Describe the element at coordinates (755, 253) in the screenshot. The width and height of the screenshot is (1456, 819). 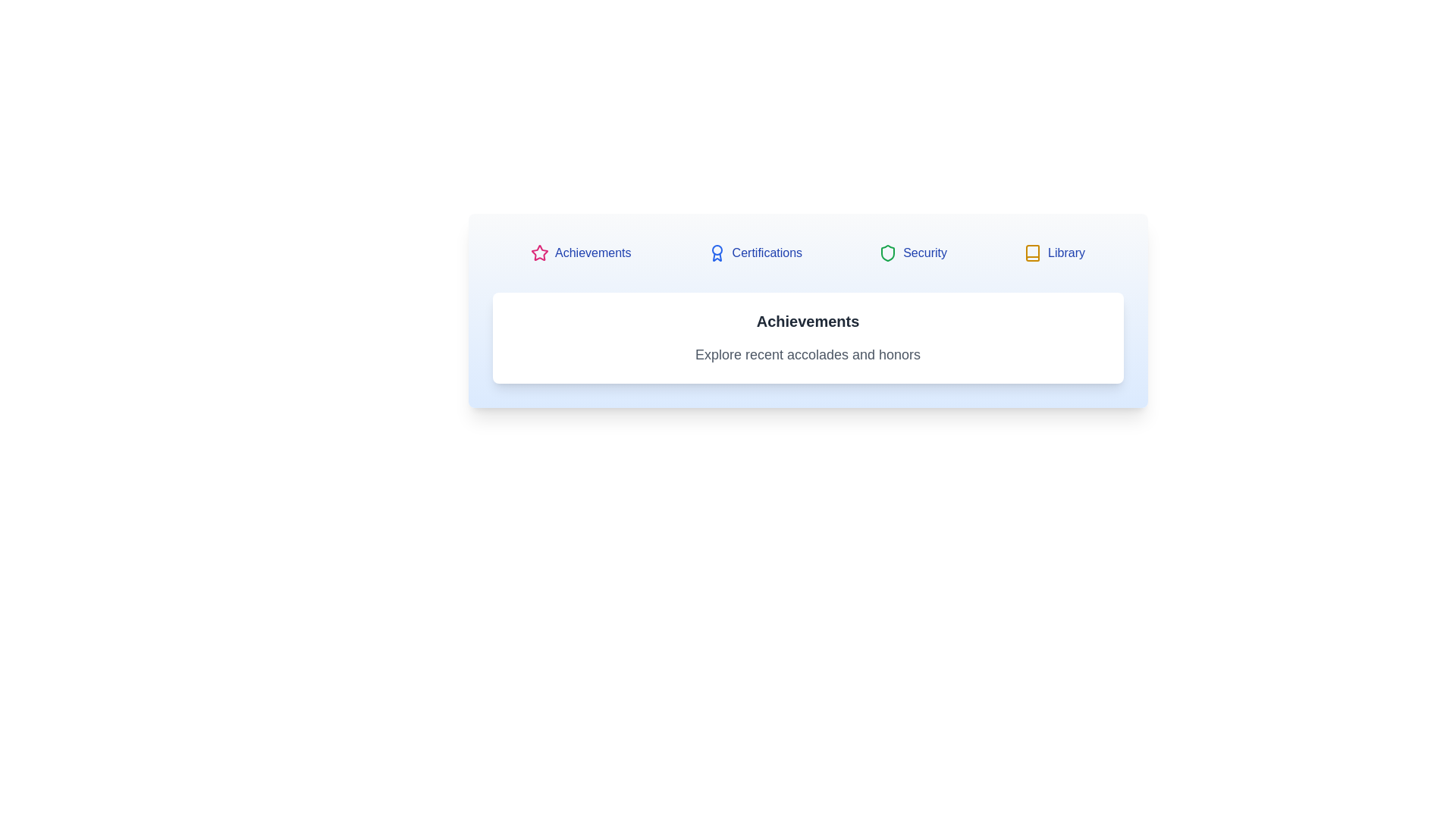
I see `the tab corresponding to Certifications to switch sections` at that location.